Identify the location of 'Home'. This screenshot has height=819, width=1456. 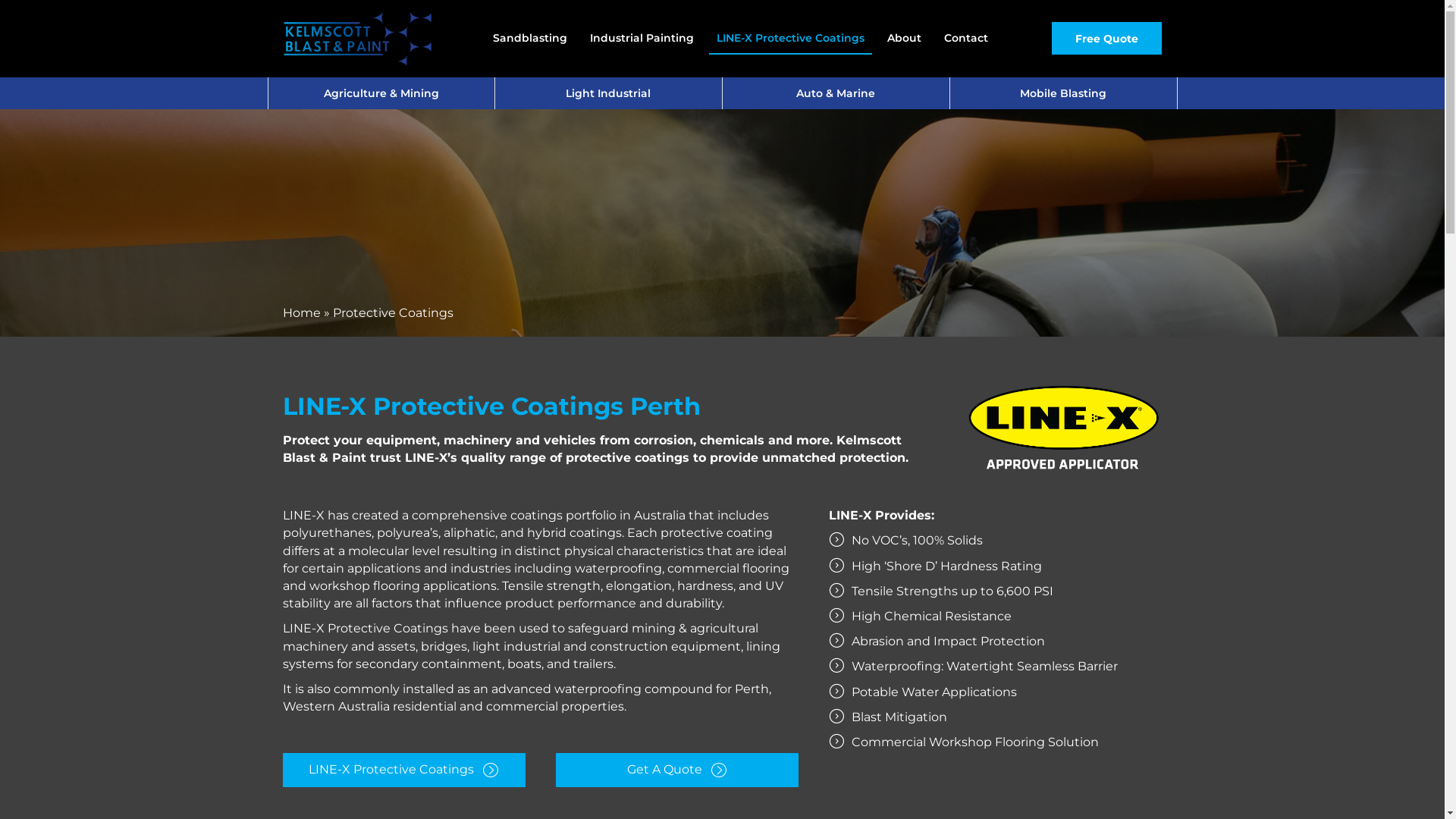
(301, 312).